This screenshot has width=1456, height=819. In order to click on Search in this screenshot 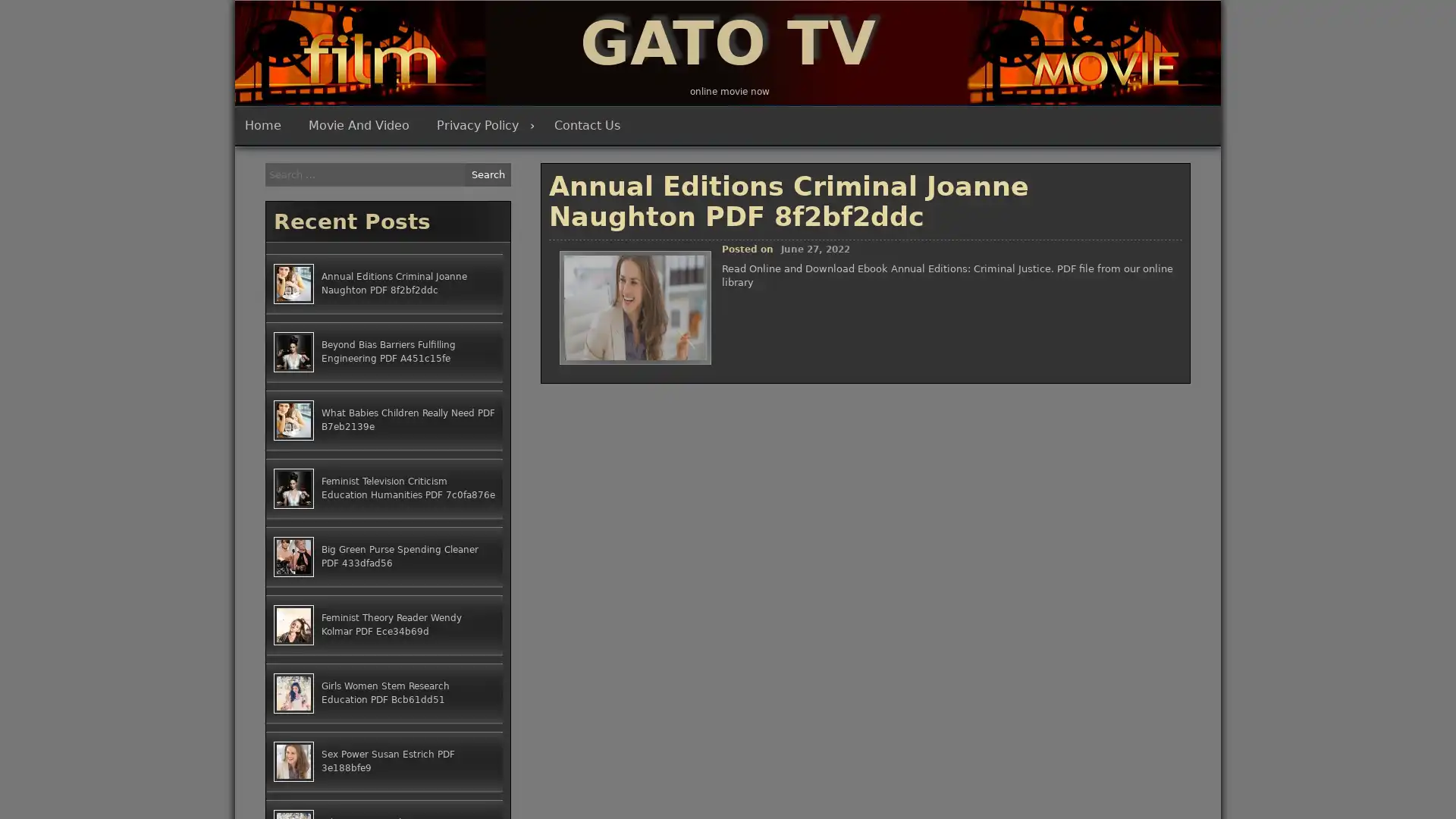, I will do `click(488, 174)`.